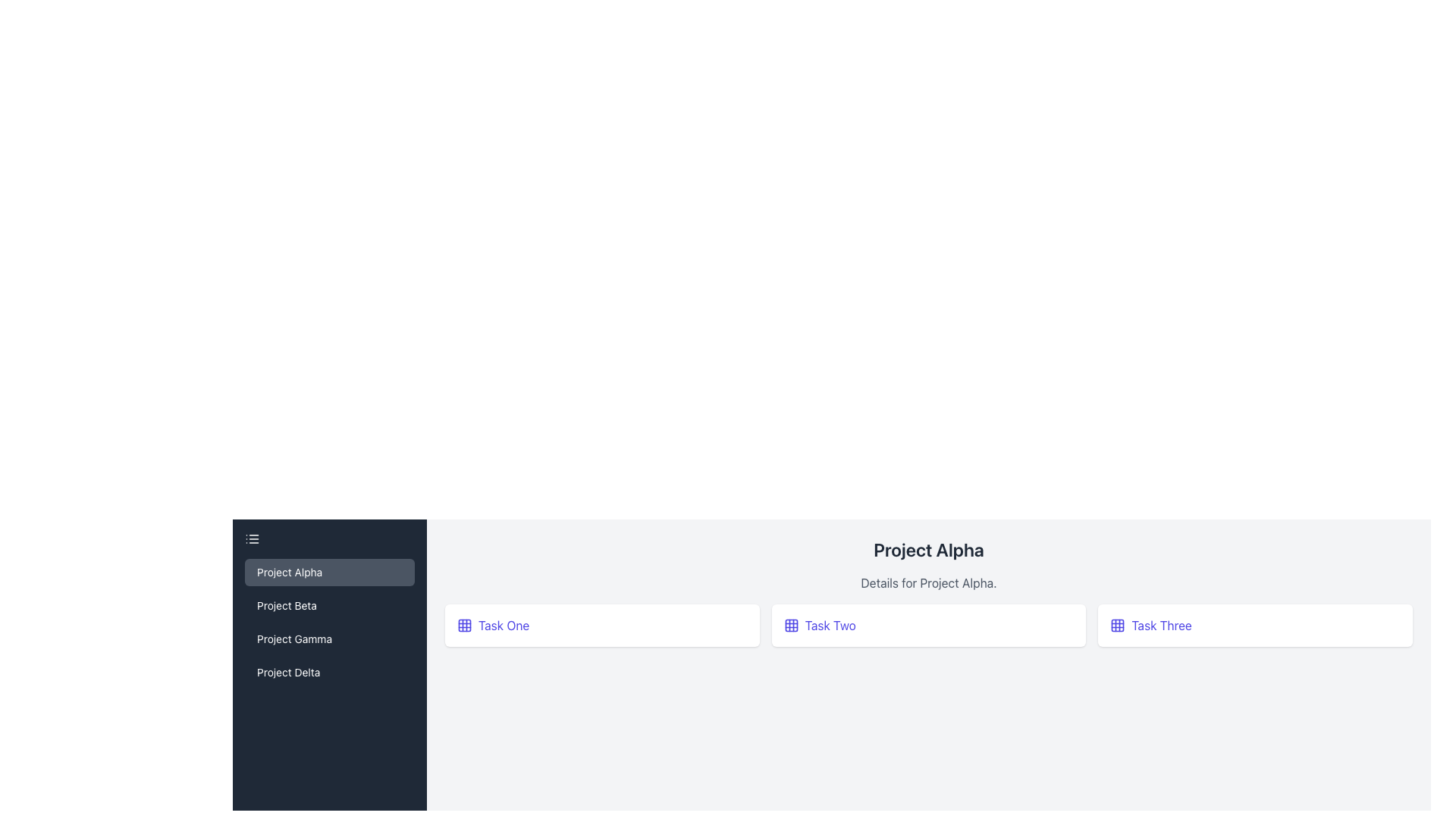  What do you see at coordinates (601, 626) in the screenshot?
I see `the leftmost card in the 'Project Alpha' section` at bounding box center [601, 626].